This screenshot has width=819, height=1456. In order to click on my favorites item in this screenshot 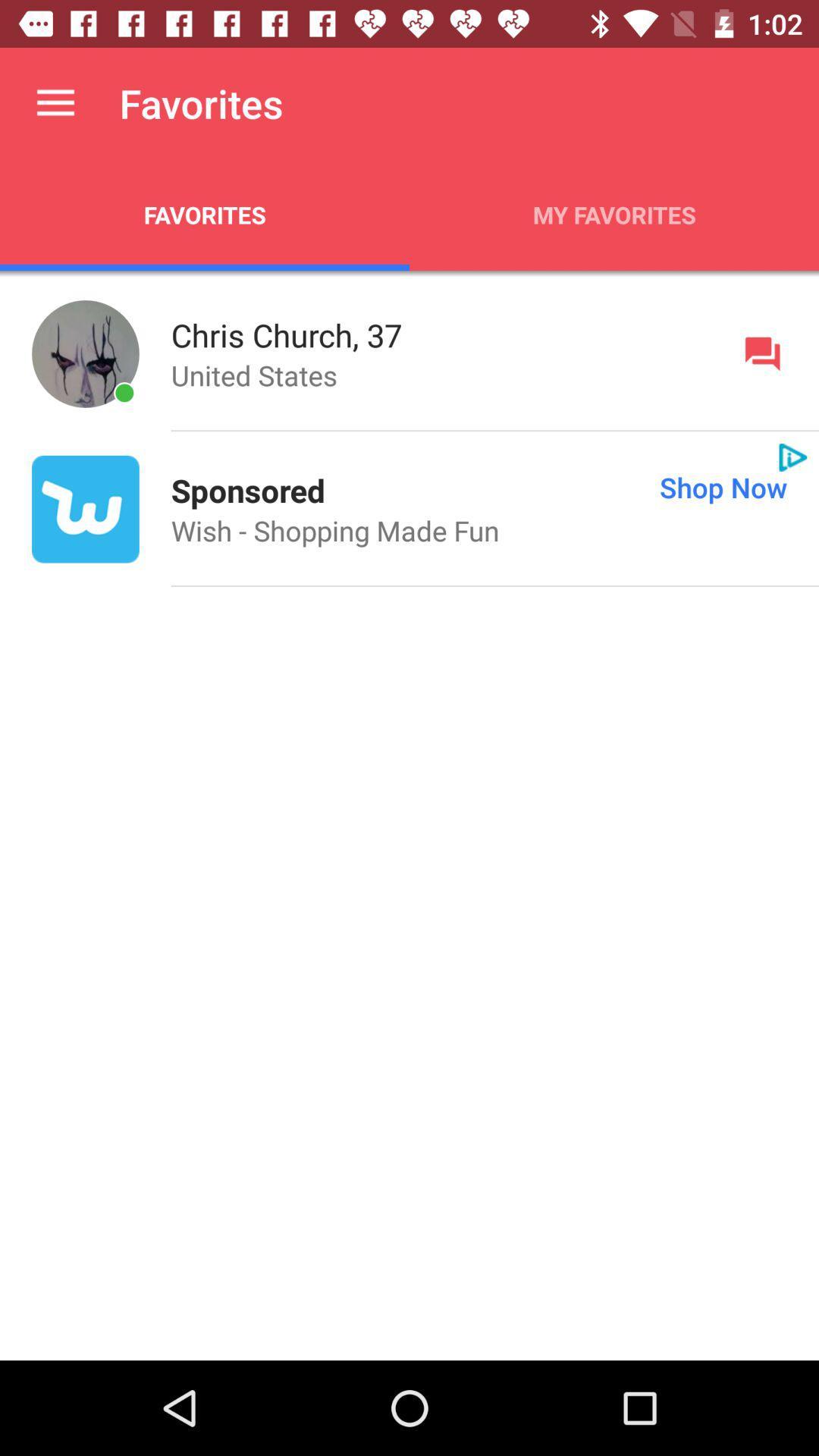, I will do `click(614, 214)`.